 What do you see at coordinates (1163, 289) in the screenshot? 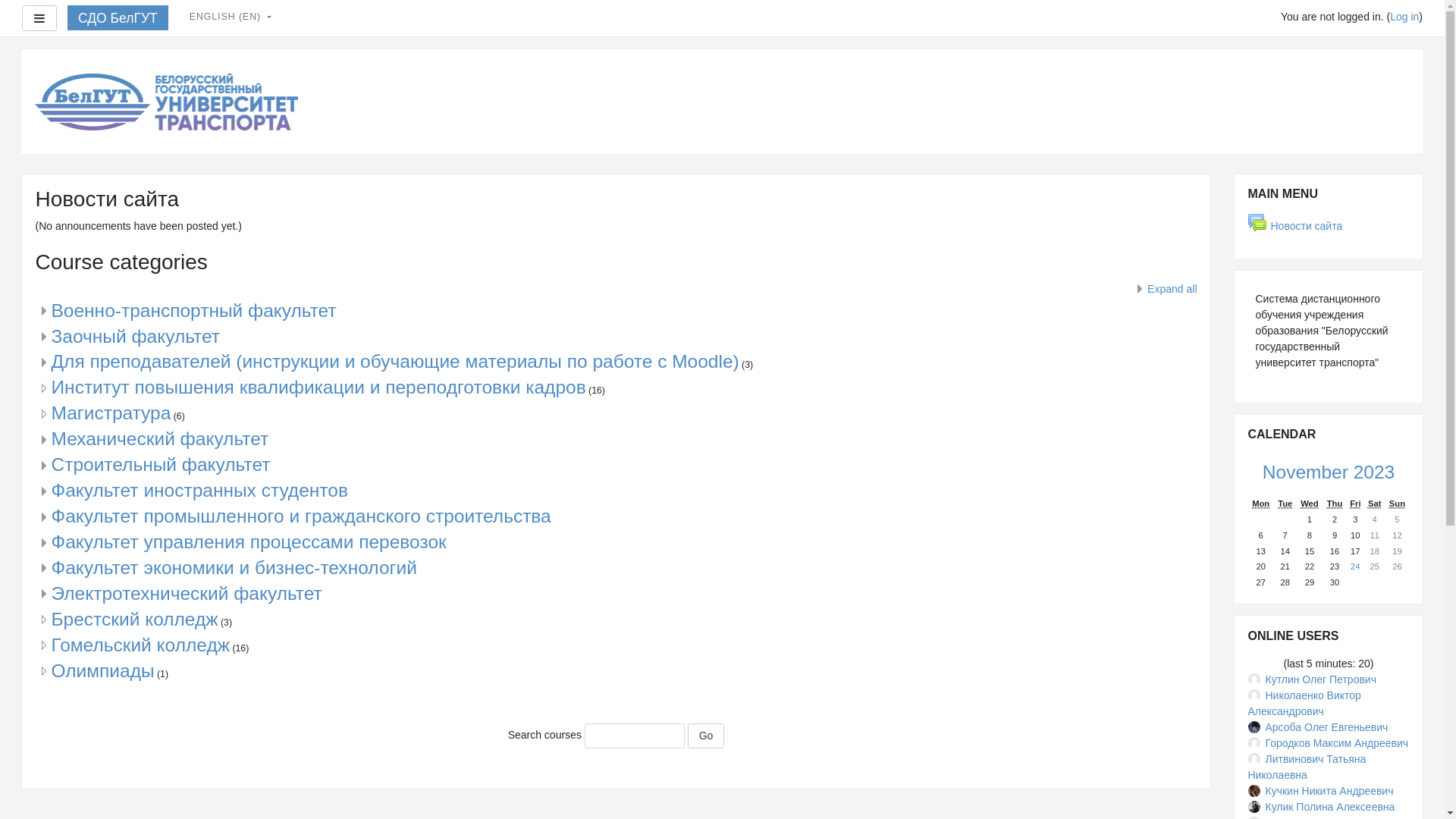
I see `'Expand all'` at bounding box center [1163, 289].